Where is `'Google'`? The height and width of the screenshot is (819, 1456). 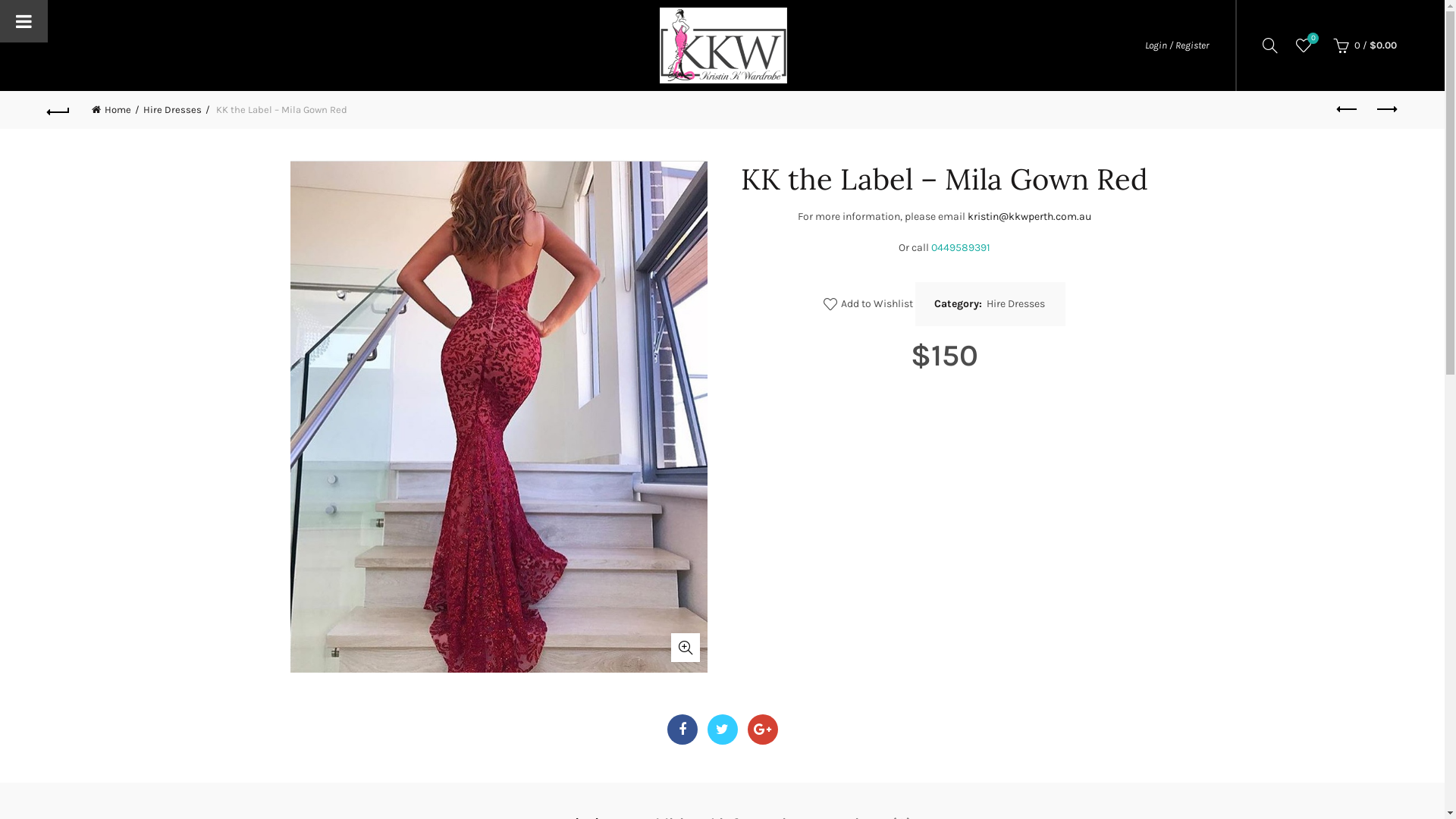
'Google' is located at coordinates (763, 728).